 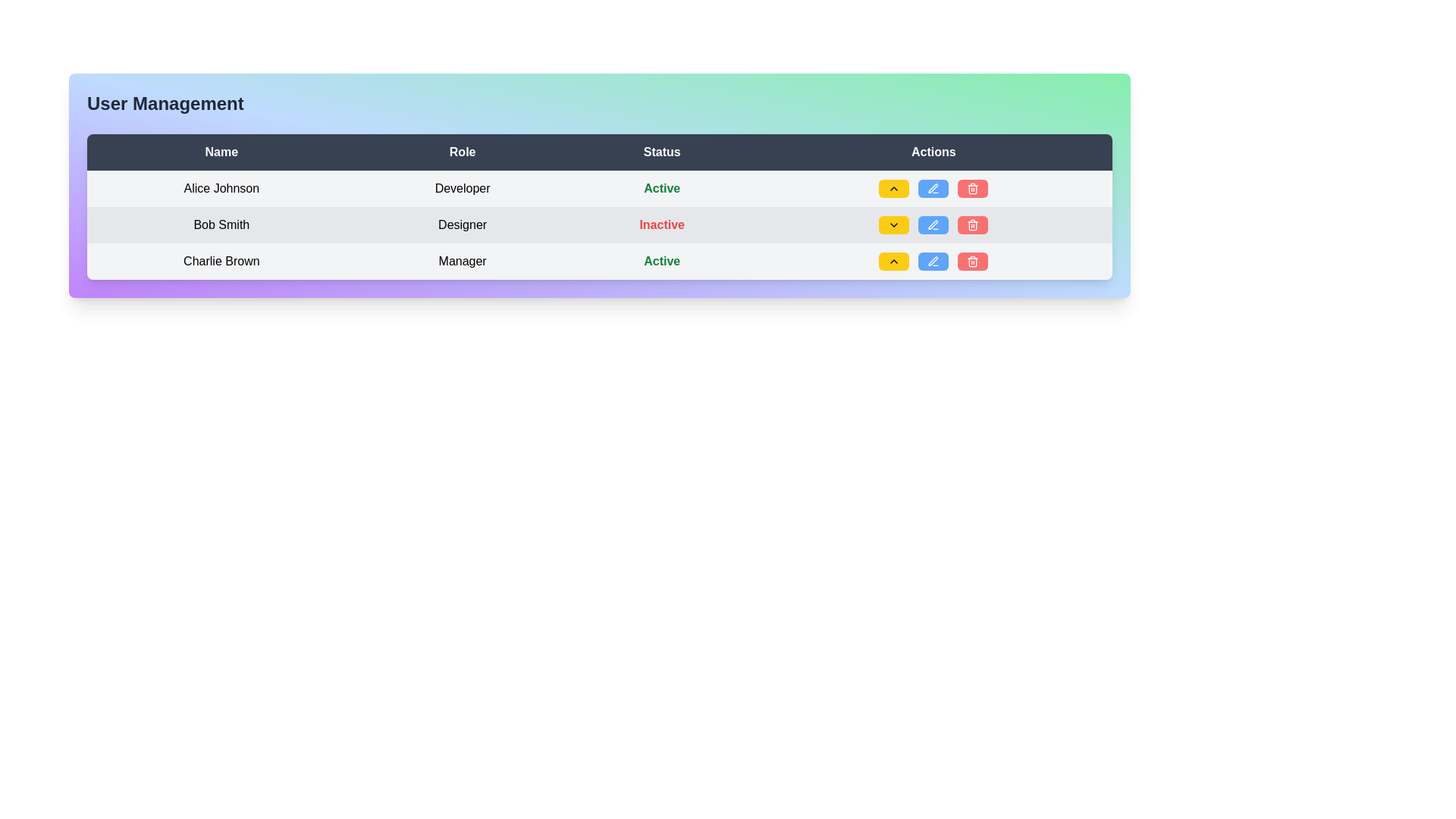 What do you see at coordinates (933, 152) in the screenshot?
I see `the 'Actions' text block` at bounding box center [933, 152].